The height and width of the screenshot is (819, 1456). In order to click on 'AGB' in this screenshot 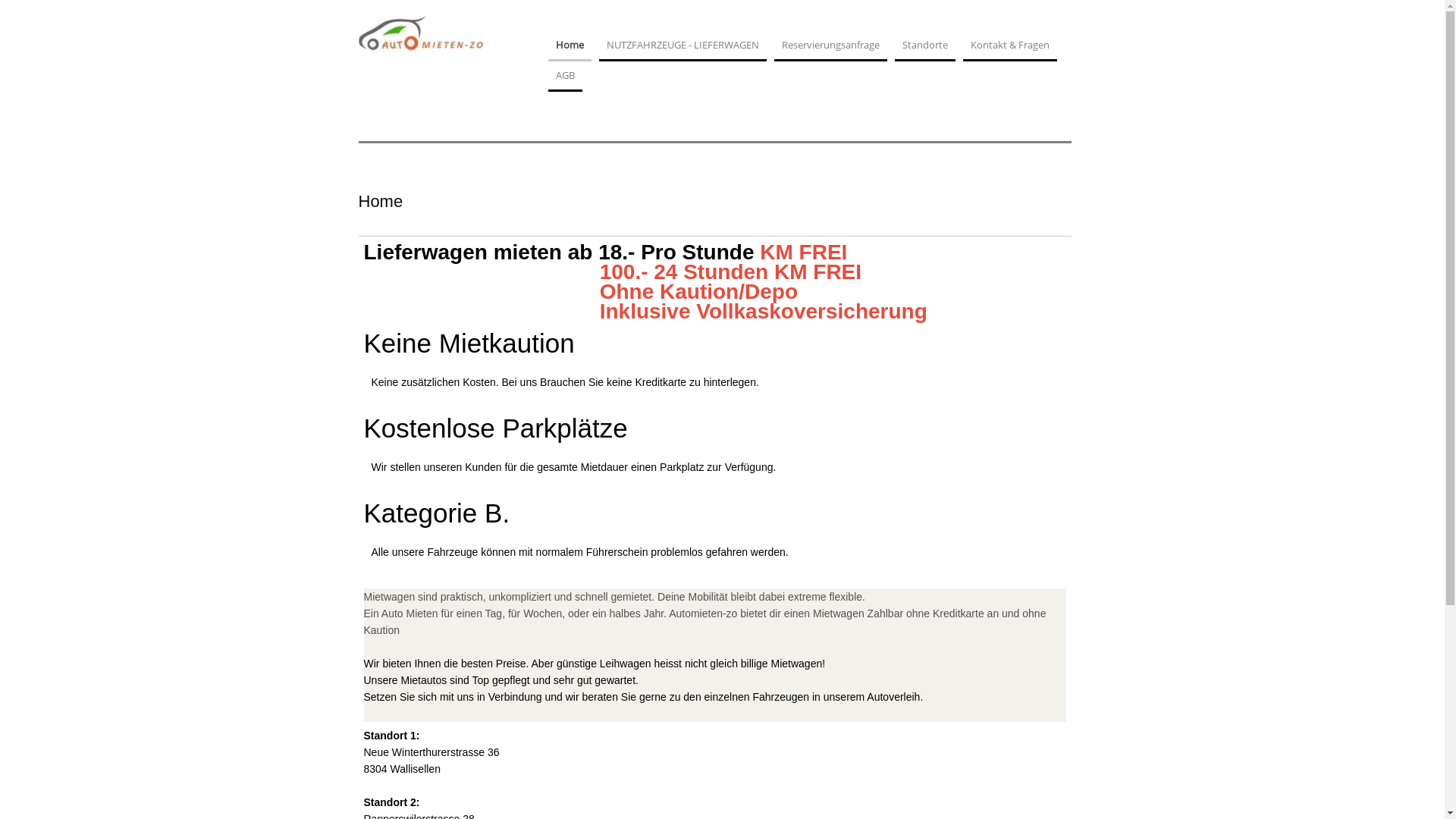, I will do `click(563, 80)`.